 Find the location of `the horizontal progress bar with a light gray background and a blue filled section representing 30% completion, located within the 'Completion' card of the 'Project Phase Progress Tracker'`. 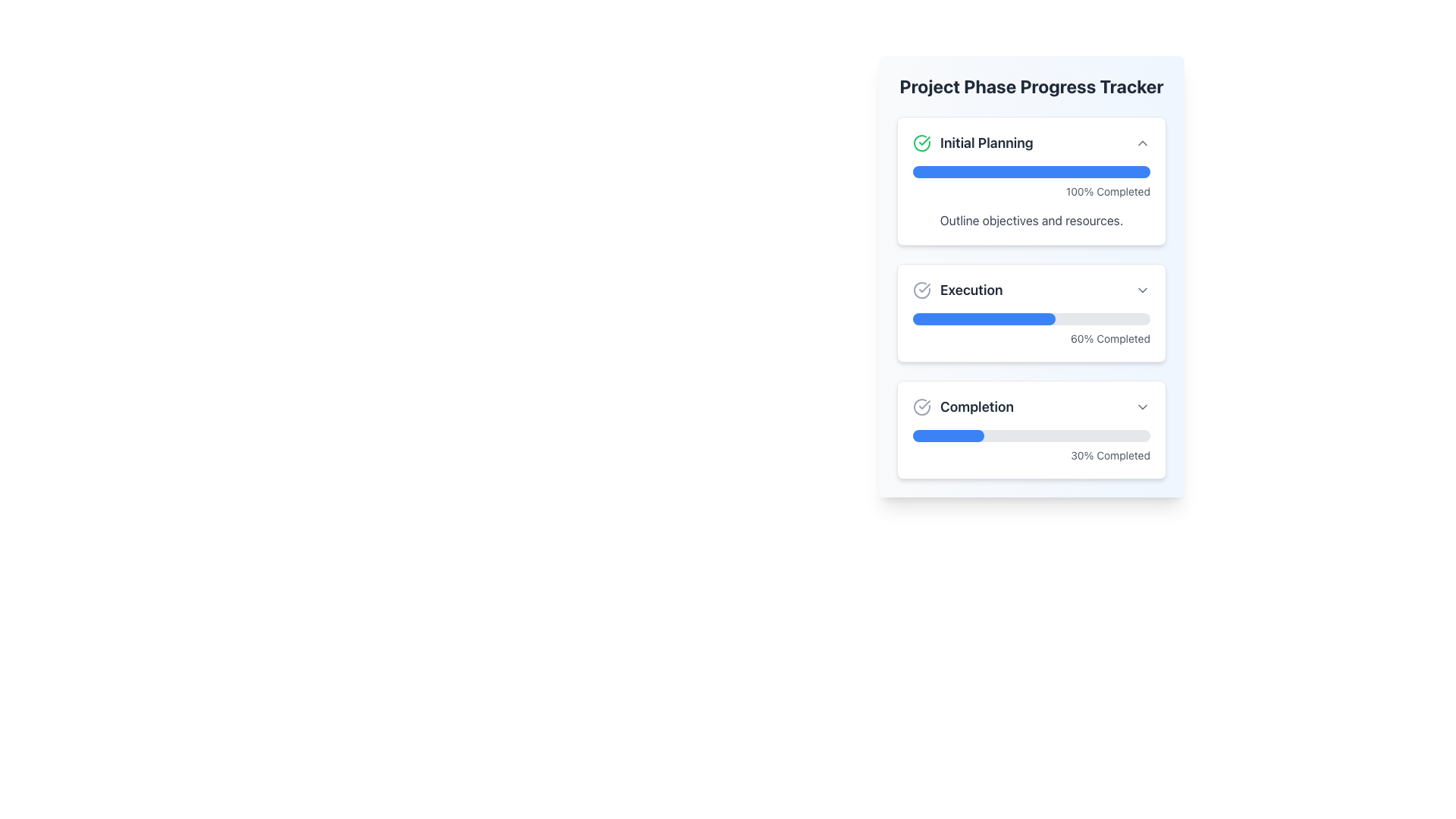

the horizontal progress bar with a light gray background and a blue filled section representing 30% completion, located within the 'Completion' card of the 'Project Phase Progress Tracker' is located at coordinates (1031, 435).